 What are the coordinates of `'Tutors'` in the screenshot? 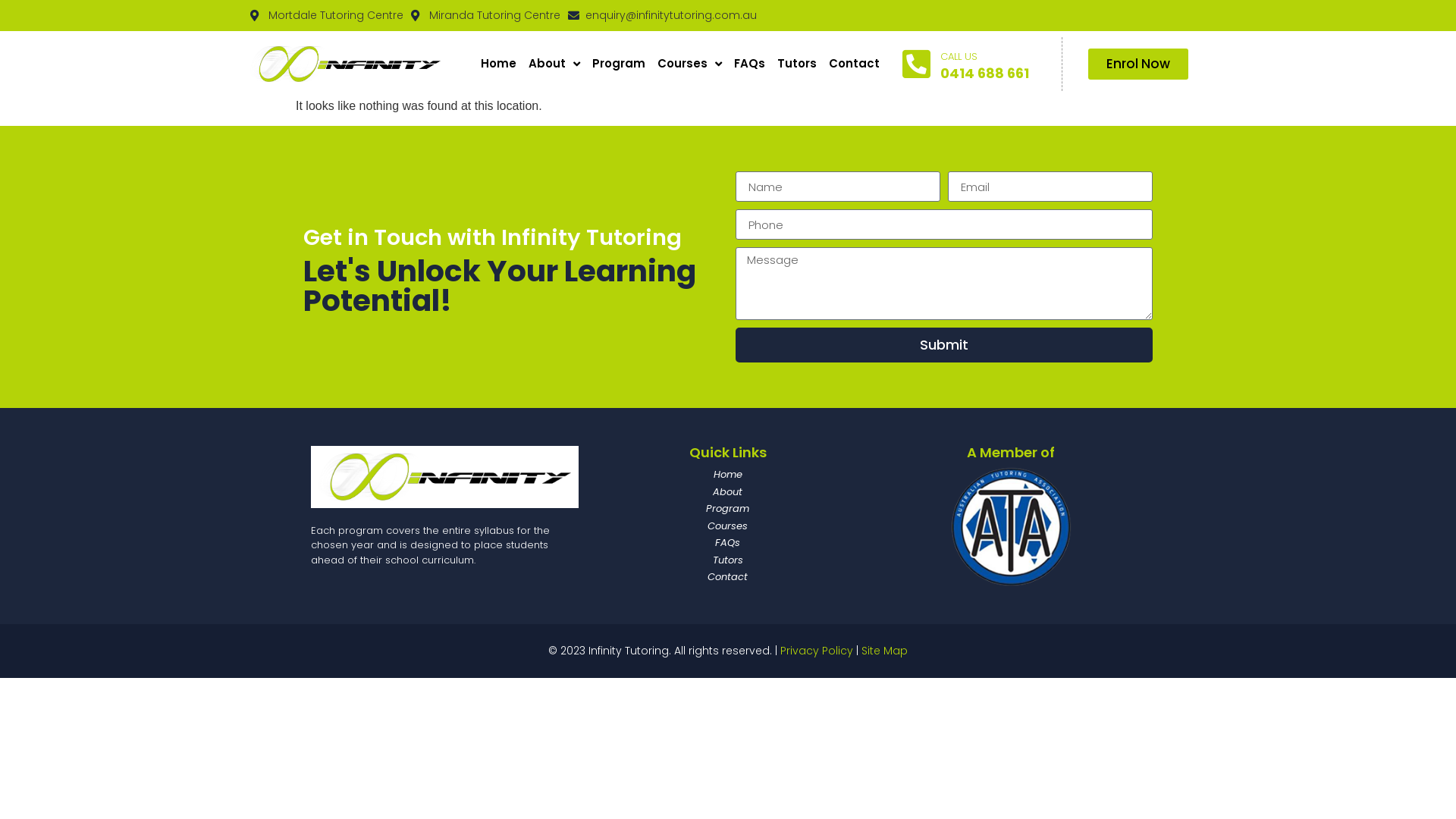 It's located at (796, 63).